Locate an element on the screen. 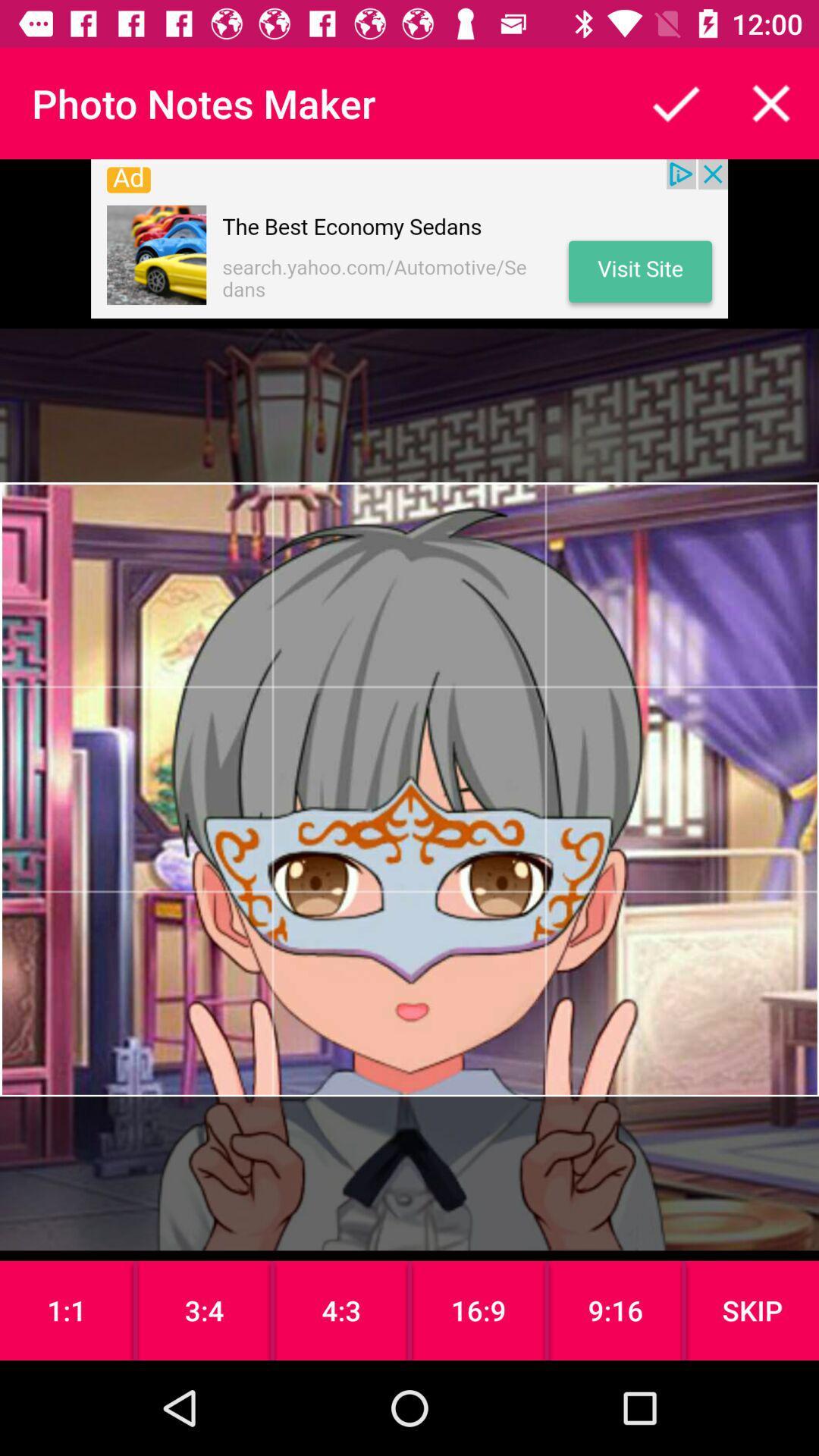  close is located at coordinates (771, 102).